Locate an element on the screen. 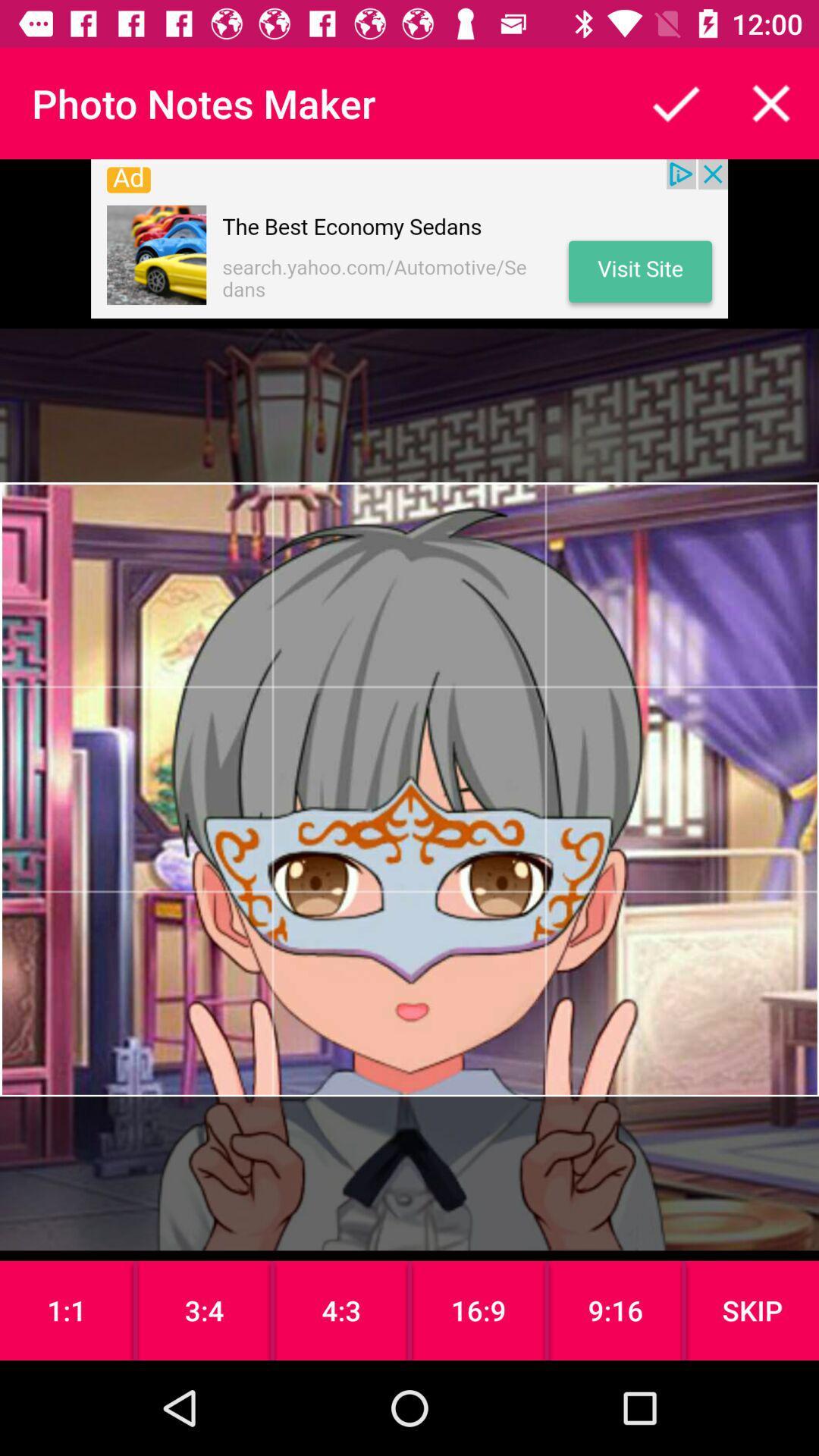  close is located at coordinates (771, 102).